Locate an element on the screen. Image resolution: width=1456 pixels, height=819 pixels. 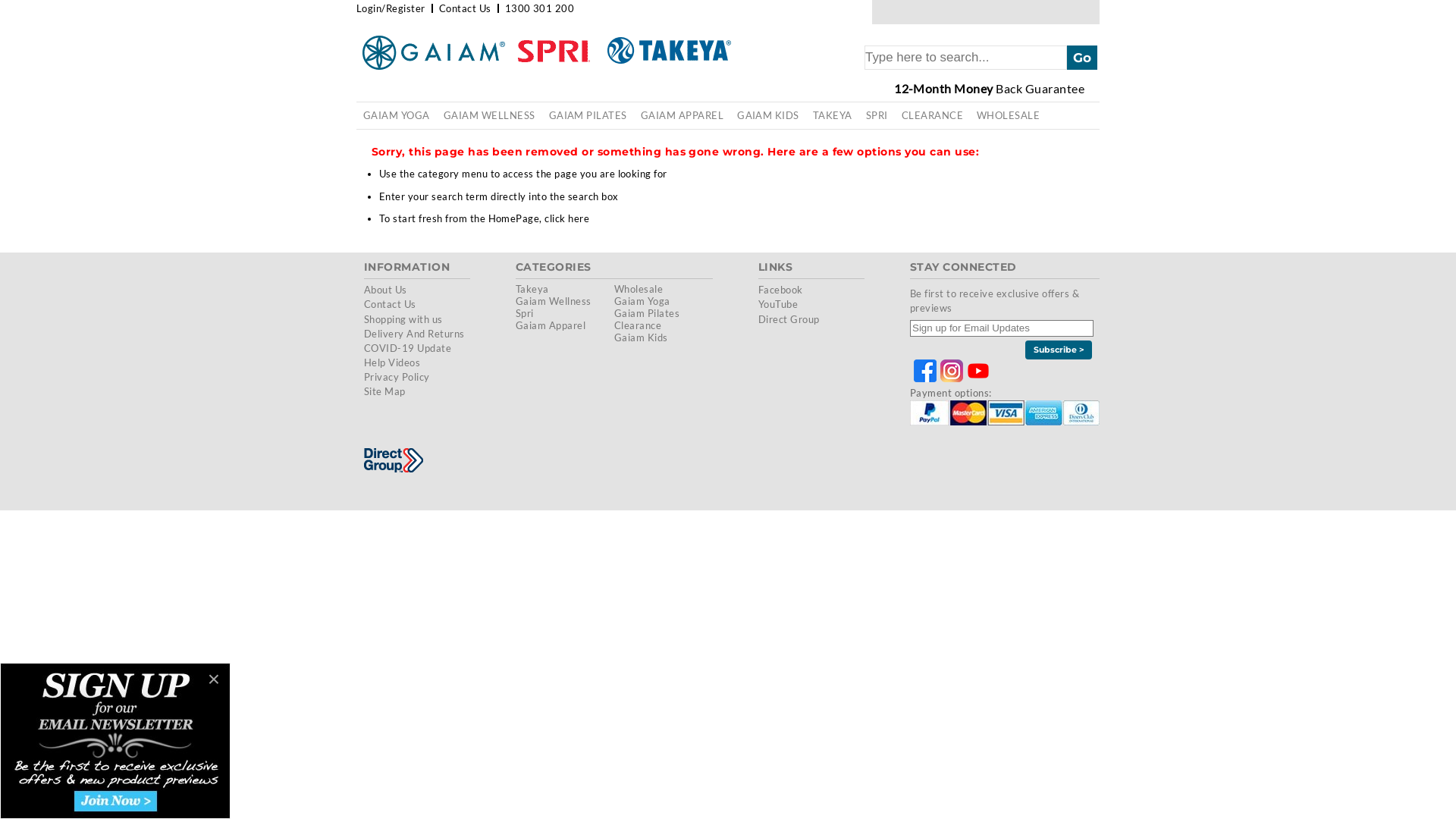
'About Us' is located at coordinates (385, 289).